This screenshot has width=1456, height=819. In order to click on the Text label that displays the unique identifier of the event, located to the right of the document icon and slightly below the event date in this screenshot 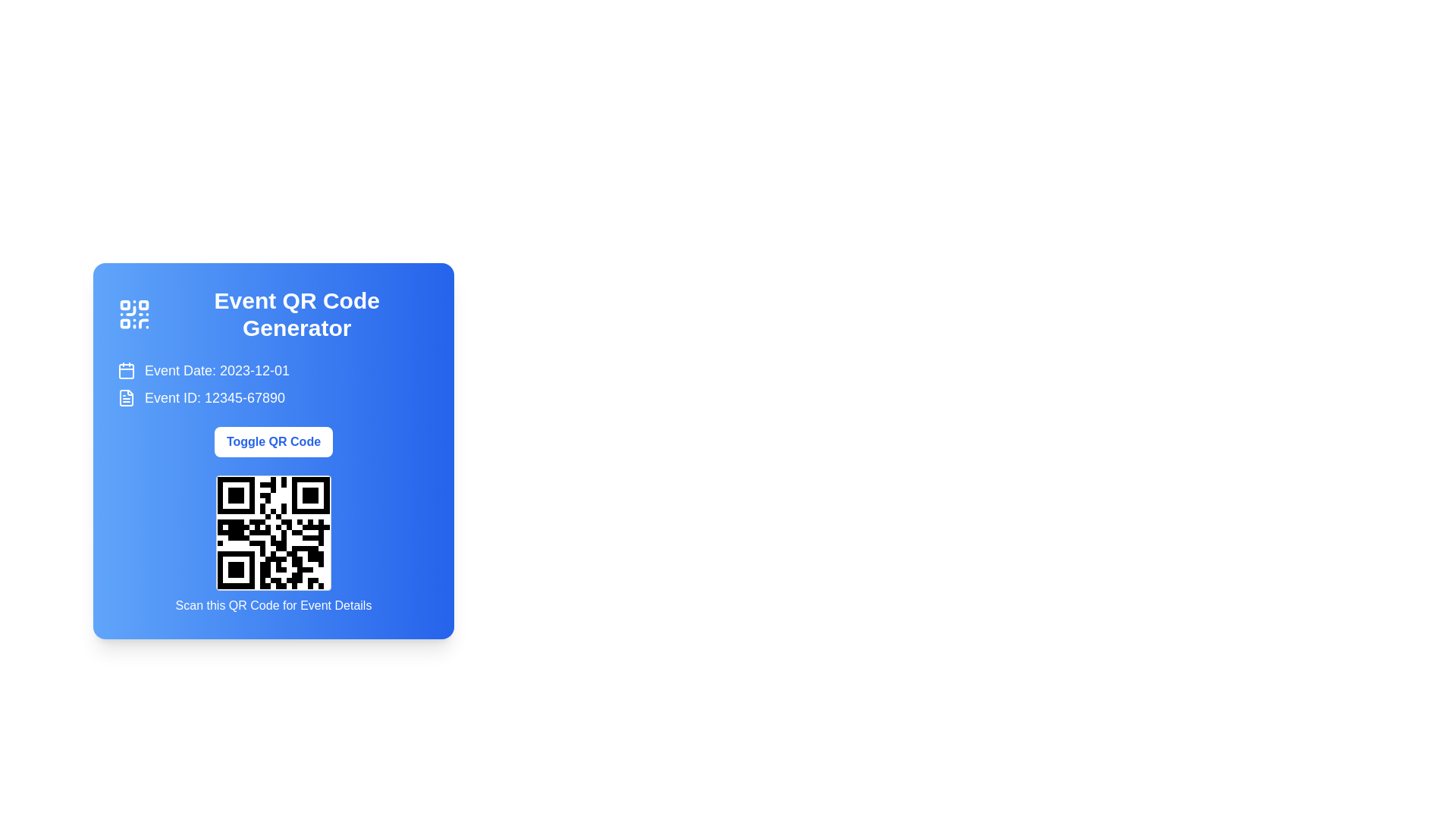, I will do `click(214, 397)`.